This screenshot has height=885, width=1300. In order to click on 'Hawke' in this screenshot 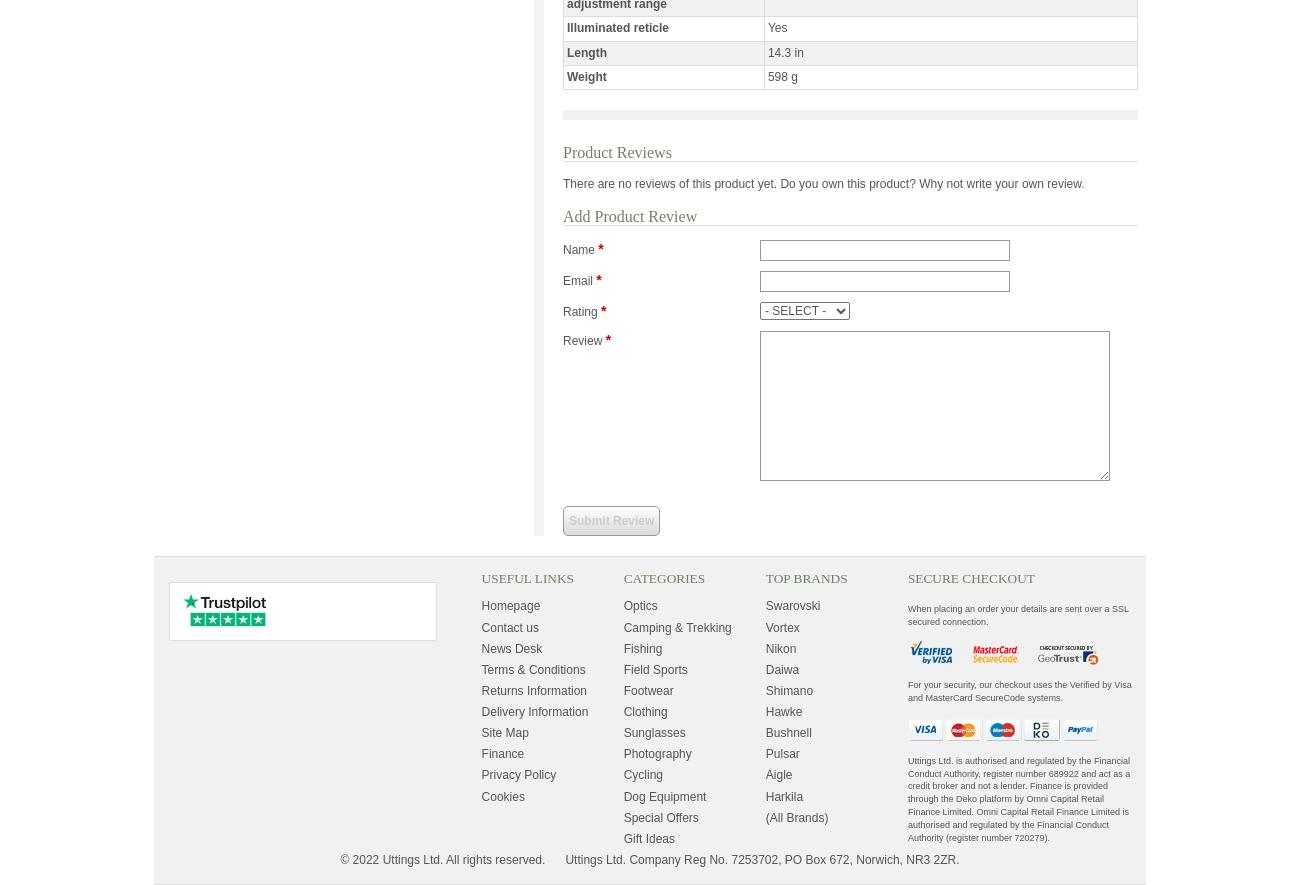, I will do `click(782, 710)`.